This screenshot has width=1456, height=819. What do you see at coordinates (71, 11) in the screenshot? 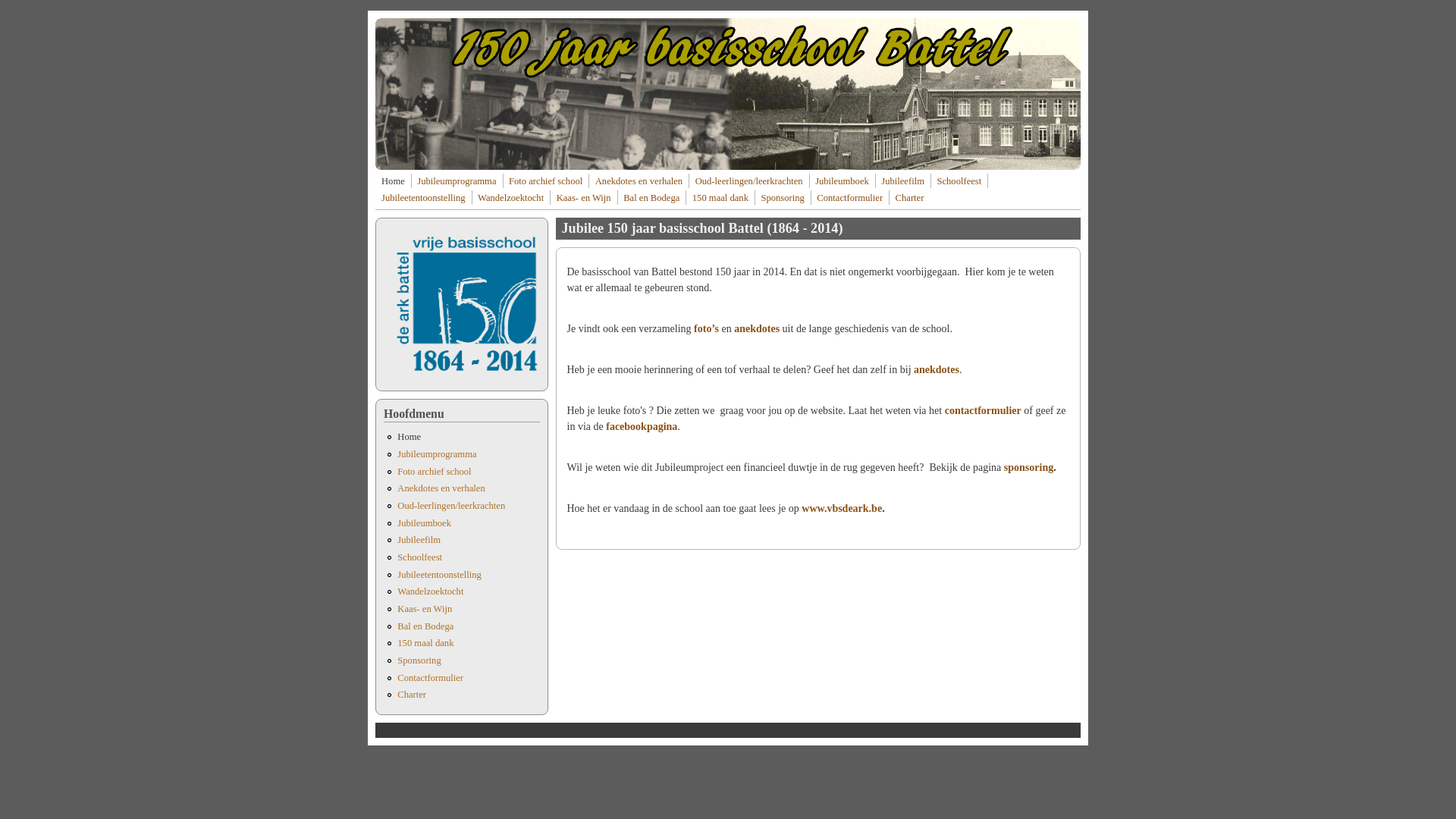
I see `'Overslaan en naar de inhoud gaan'` at bounding box center [71, 11].